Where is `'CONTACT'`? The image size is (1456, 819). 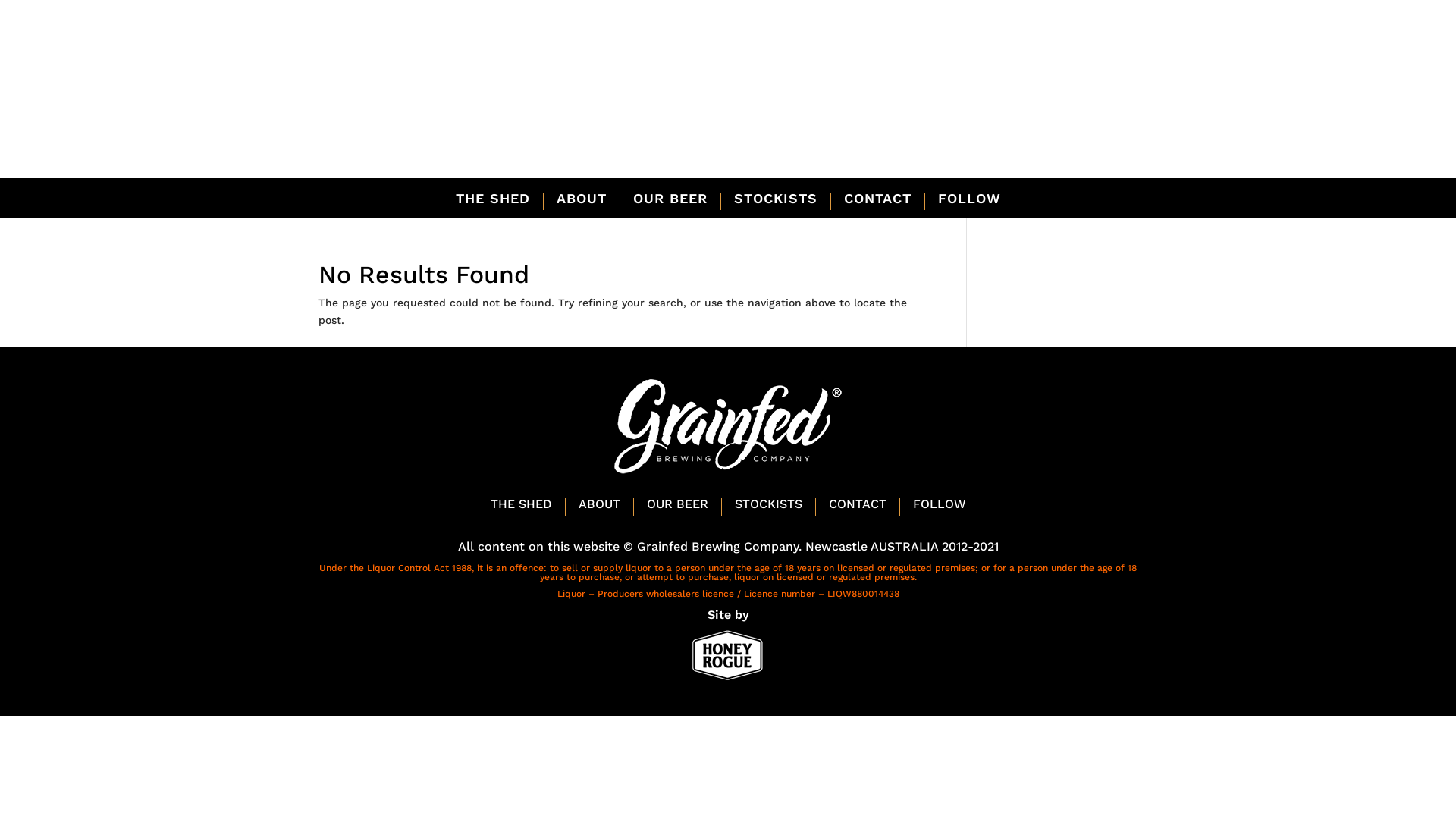 'CONTACT' is located at coordinates (822, 507).